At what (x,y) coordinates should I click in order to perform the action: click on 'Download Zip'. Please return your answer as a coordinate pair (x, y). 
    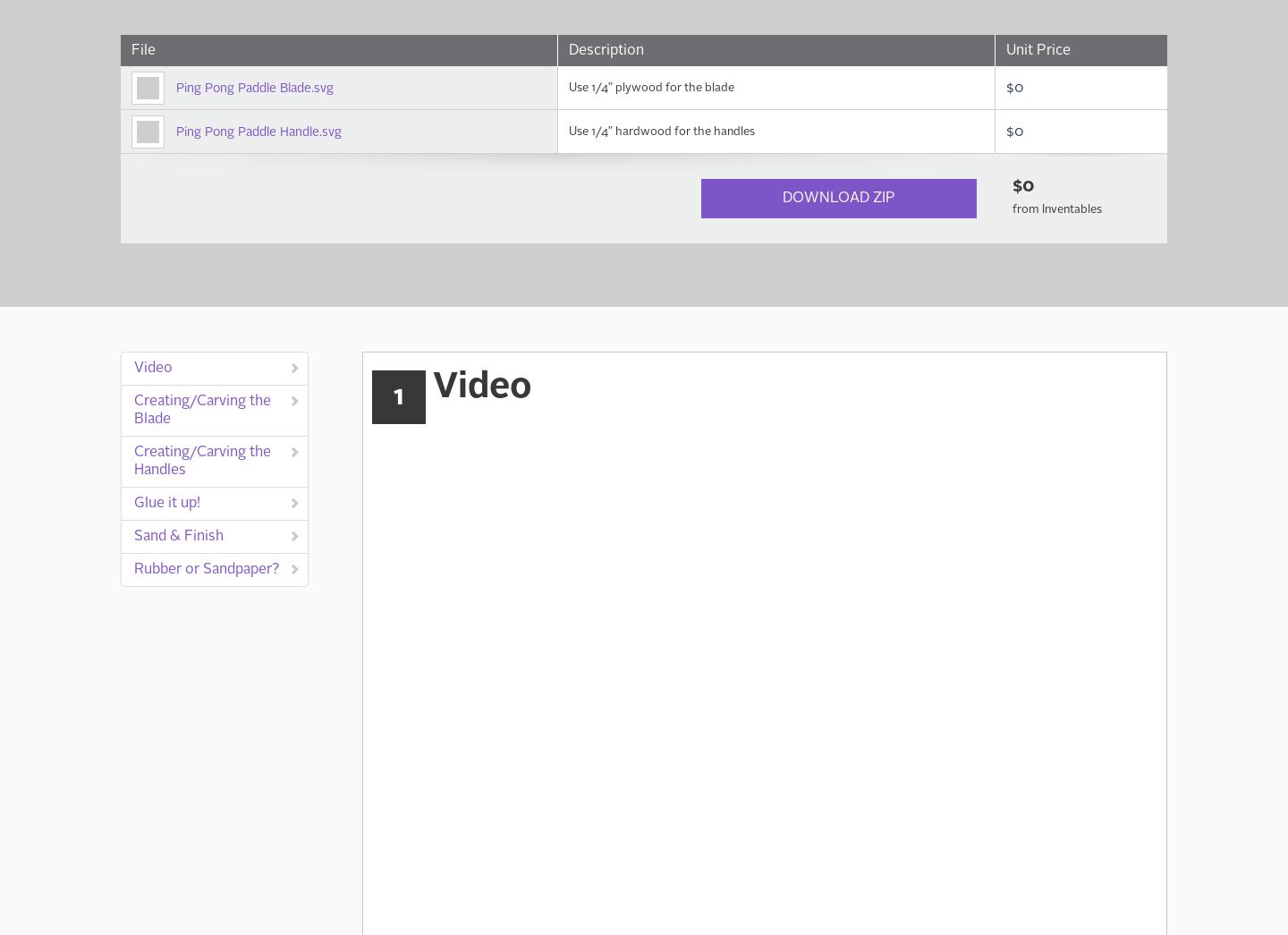
    Looking at the image, I should click on (781, 198).